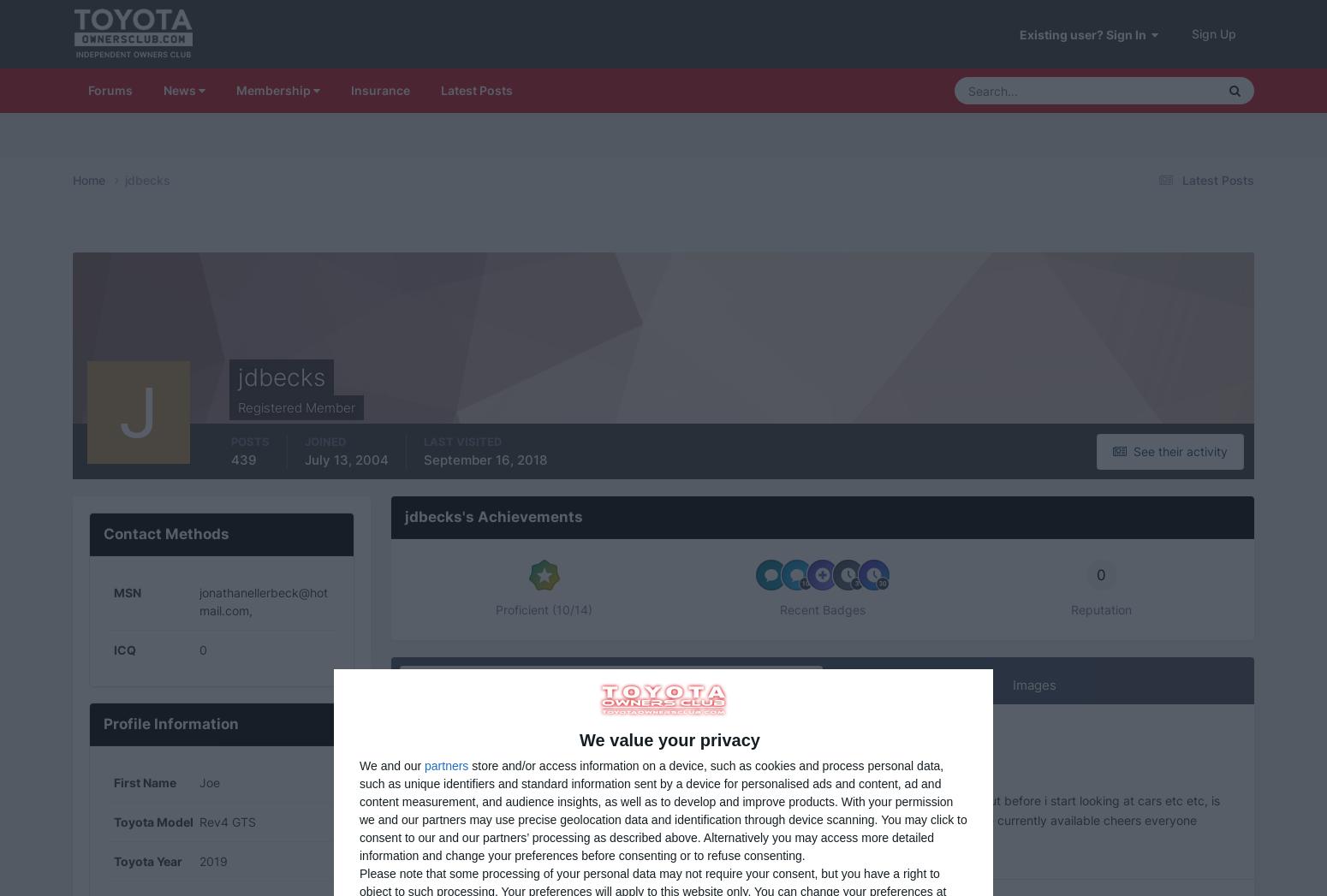 The width and height of the screenshot is (1327, 896). I want to click on 'Topics', so click(1102, 181).